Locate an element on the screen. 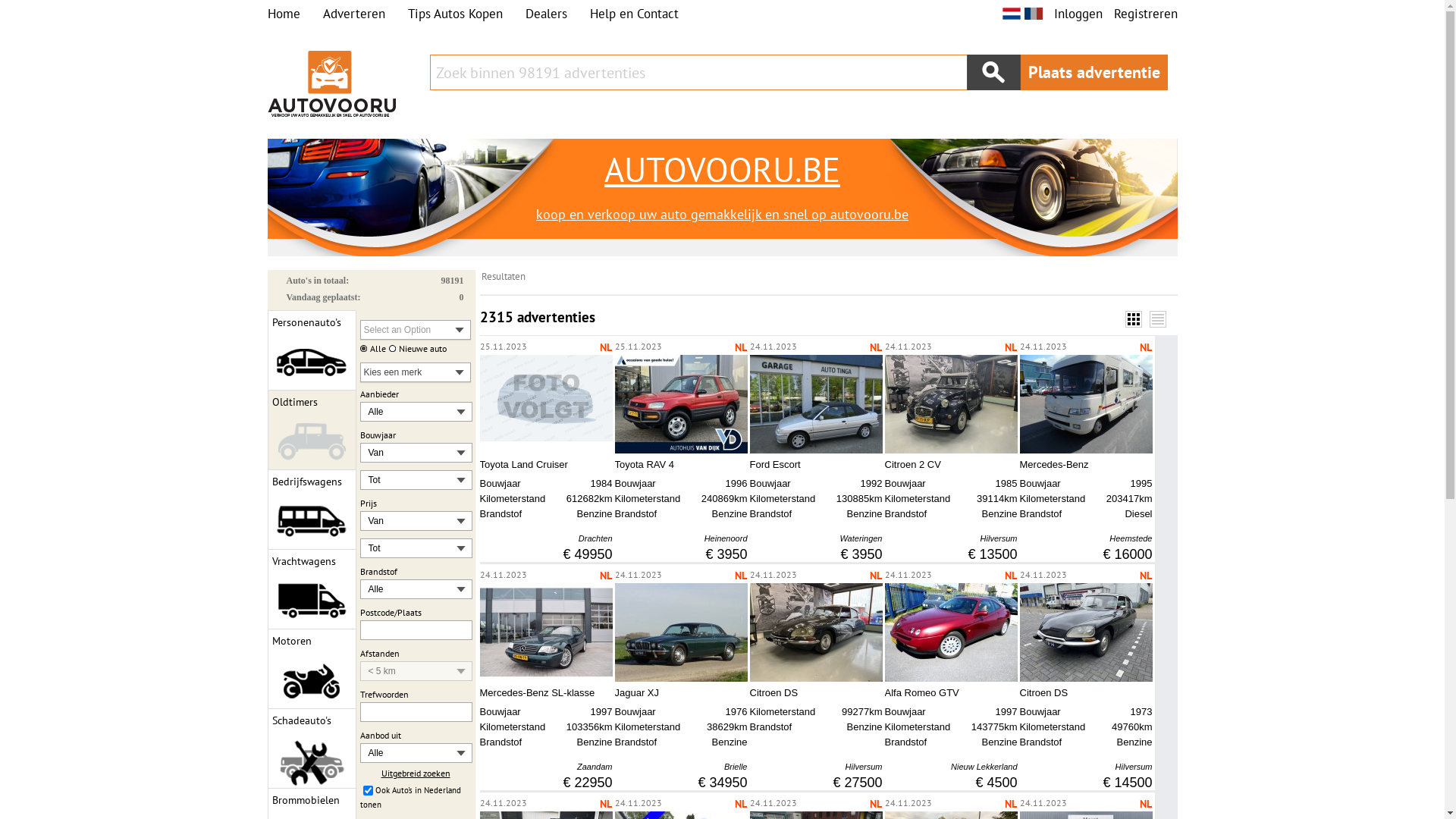  'Dealers' is located at coordinates (545, 14).